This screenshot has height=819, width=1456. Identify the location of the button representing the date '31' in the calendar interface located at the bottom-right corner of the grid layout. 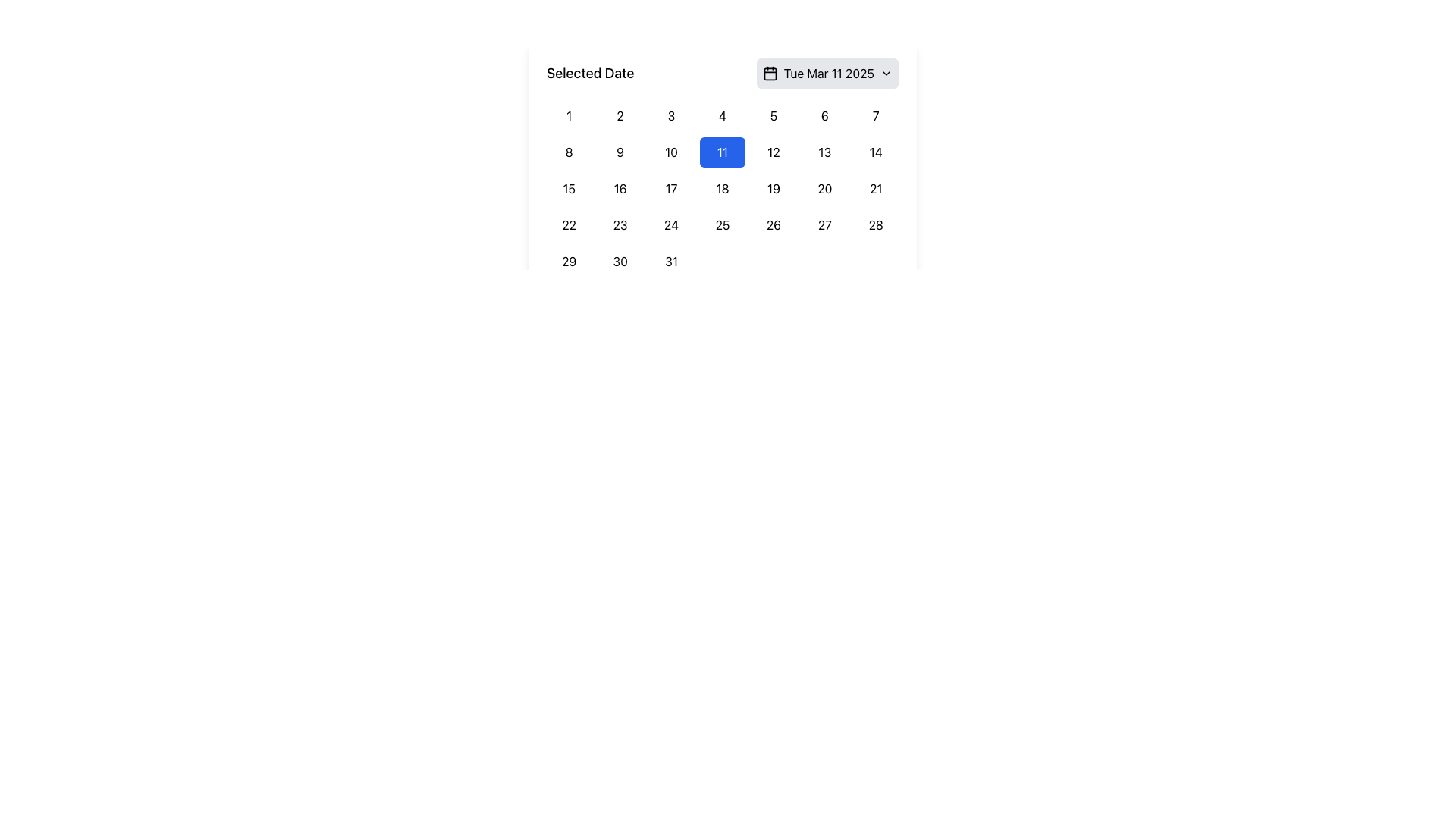
(670, 260).